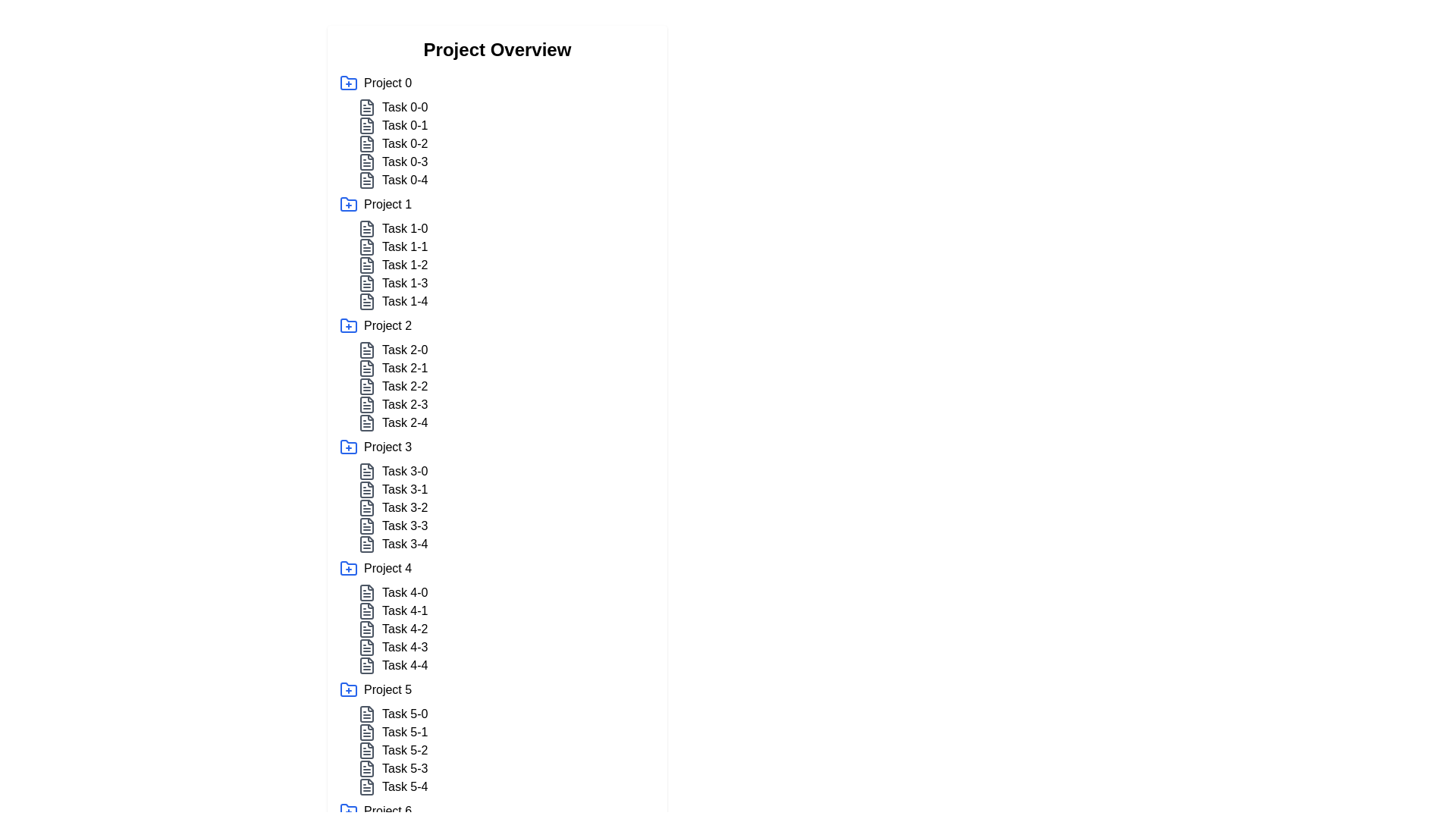 Image resolution: width=1456 pixels, height=819 pixels. What do you see at coordinates (404, 731) in the screenshot?
I see `the 'Task 5-1' text label` at bounding box center [404, 731].